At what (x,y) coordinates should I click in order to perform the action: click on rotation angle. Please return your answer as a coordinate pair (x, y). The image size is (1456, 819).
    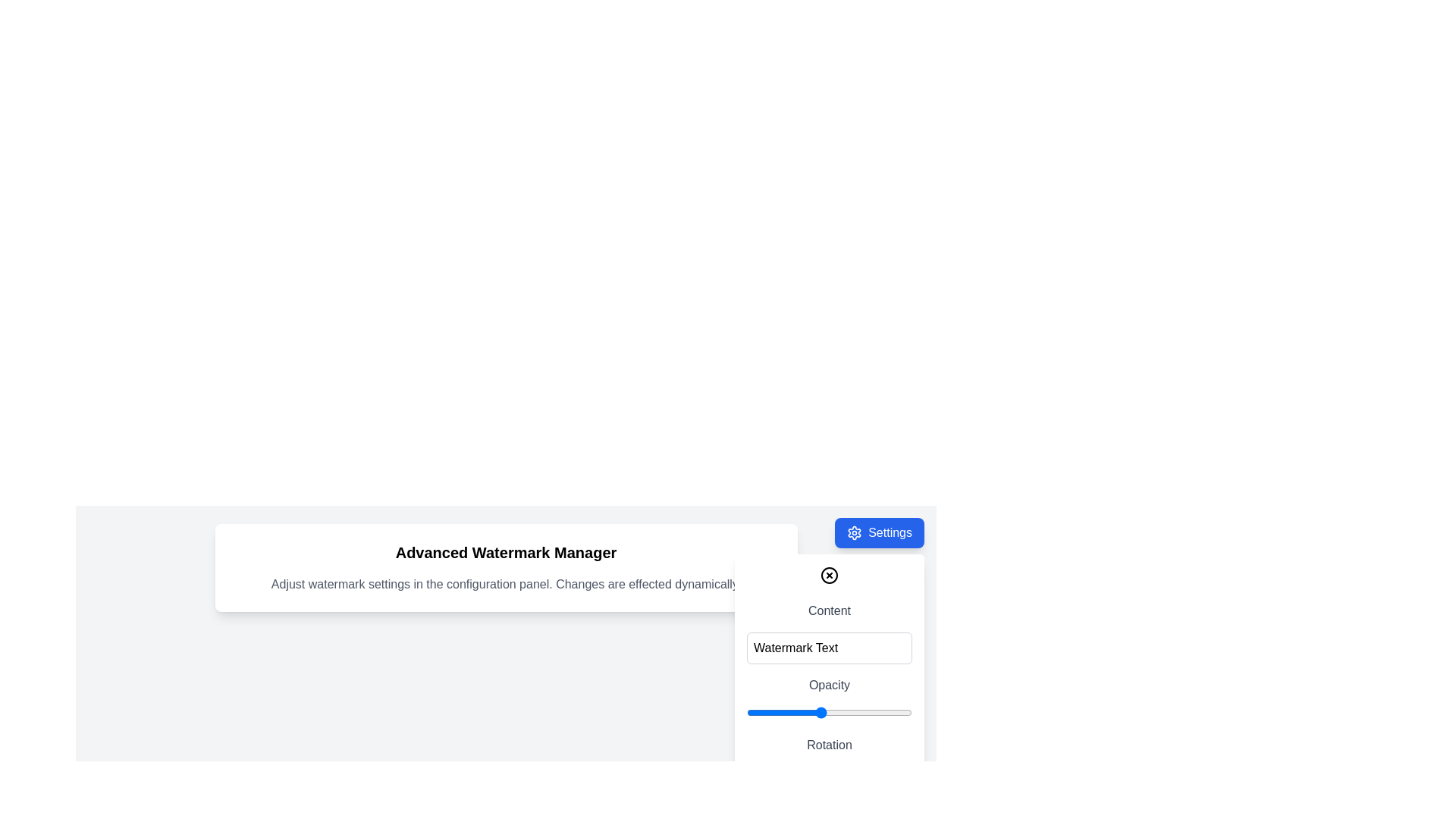
    Looking at the image, I should click on (816, 772).